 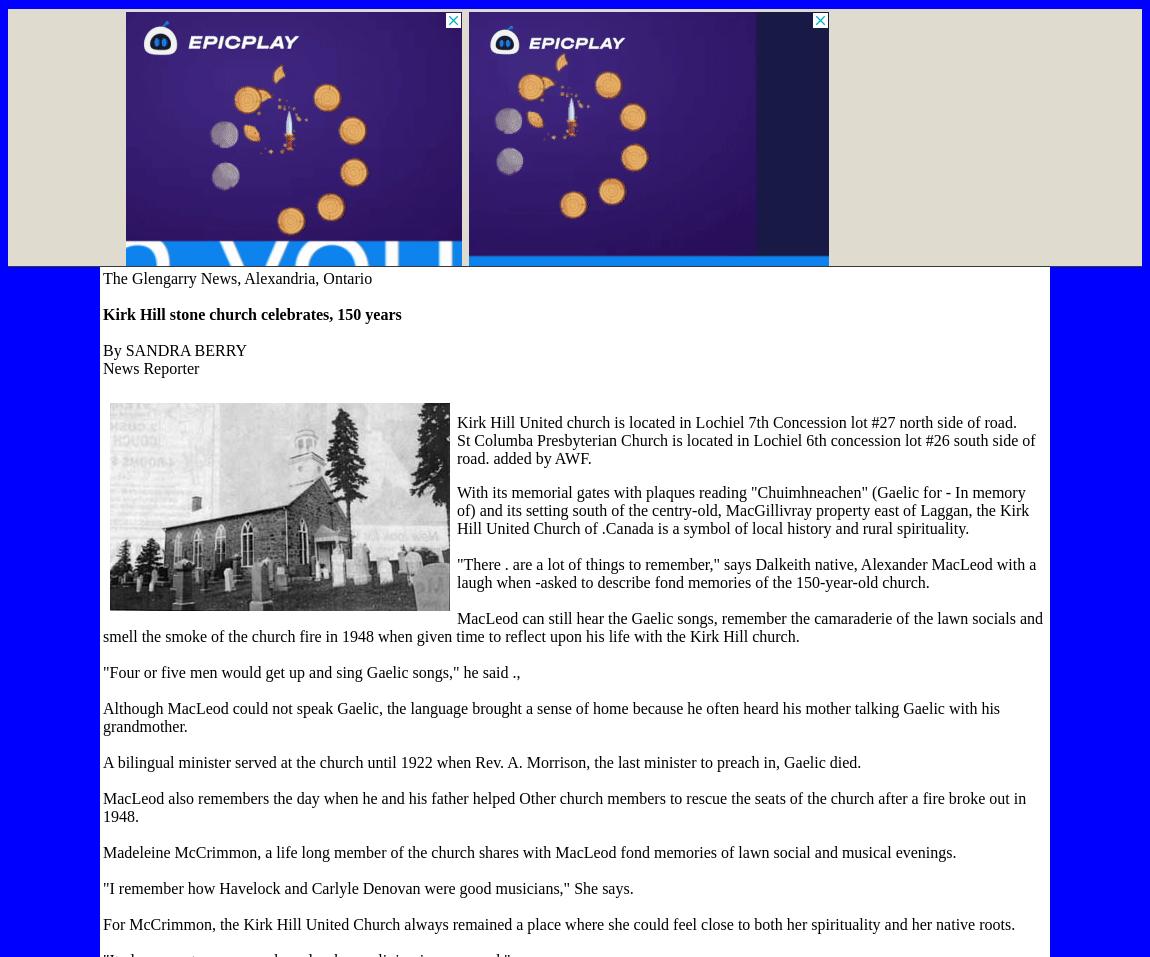 I want to click on 'St Columba Presbyterian Church is located in Lochiel 6th concession lot #26 south side of road.  added by AWF.', so click(x=745, y=448).